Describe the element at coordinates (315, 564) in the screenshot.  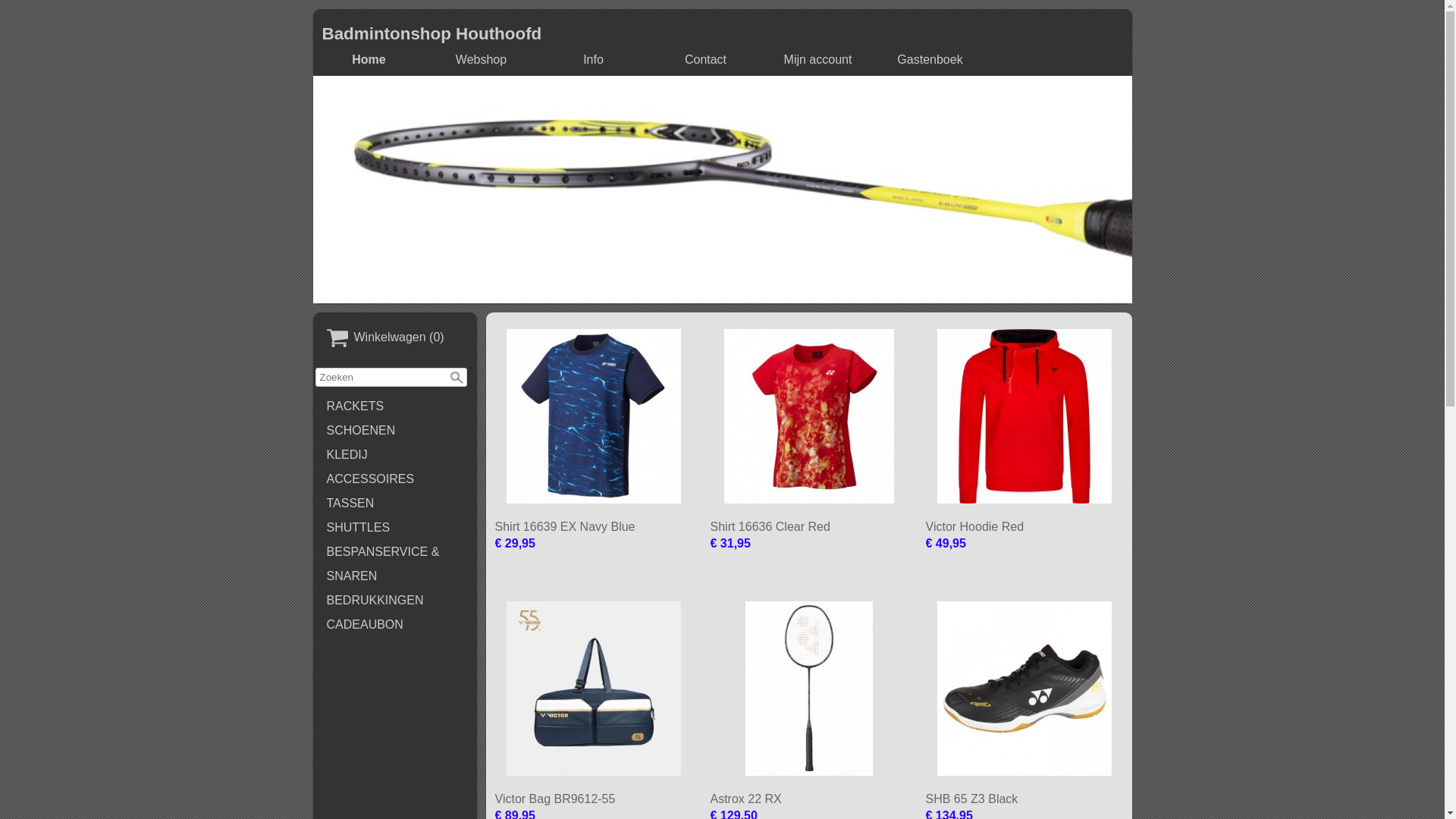
I see `'BESPANSERVICE & SNAREN'` at that location.